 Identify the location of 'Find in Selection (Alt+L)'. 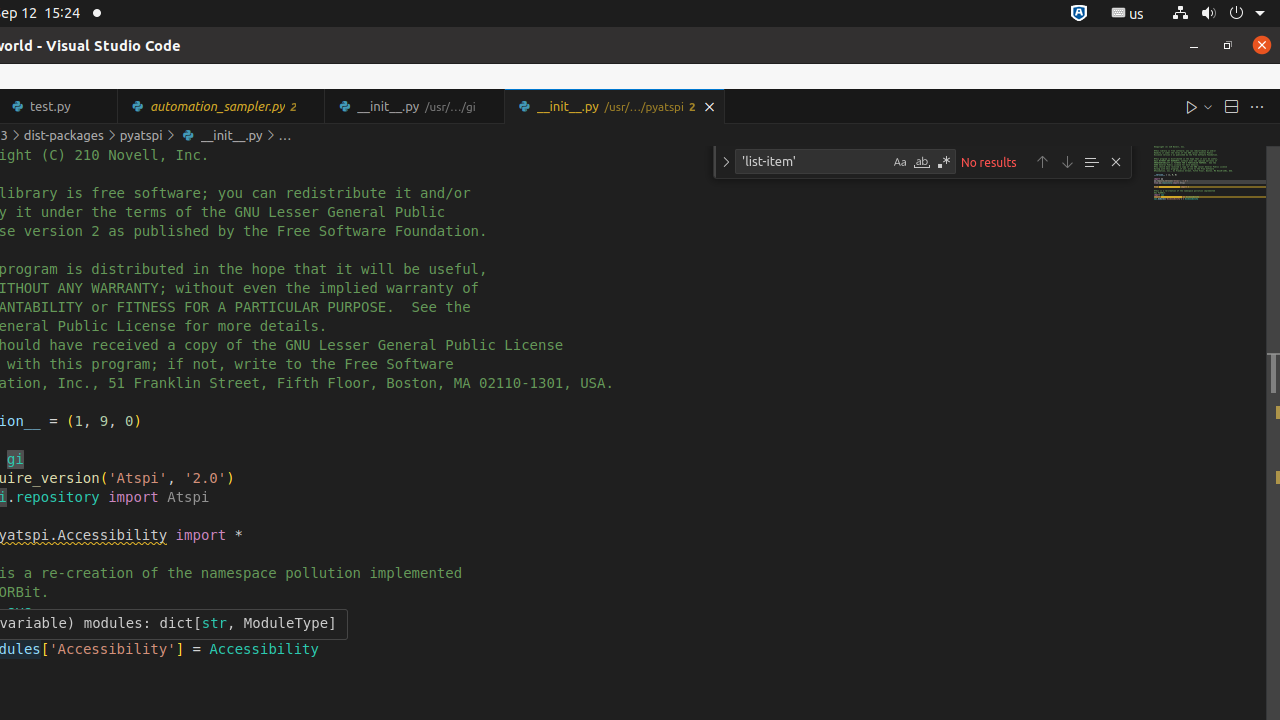
(1089, 160).